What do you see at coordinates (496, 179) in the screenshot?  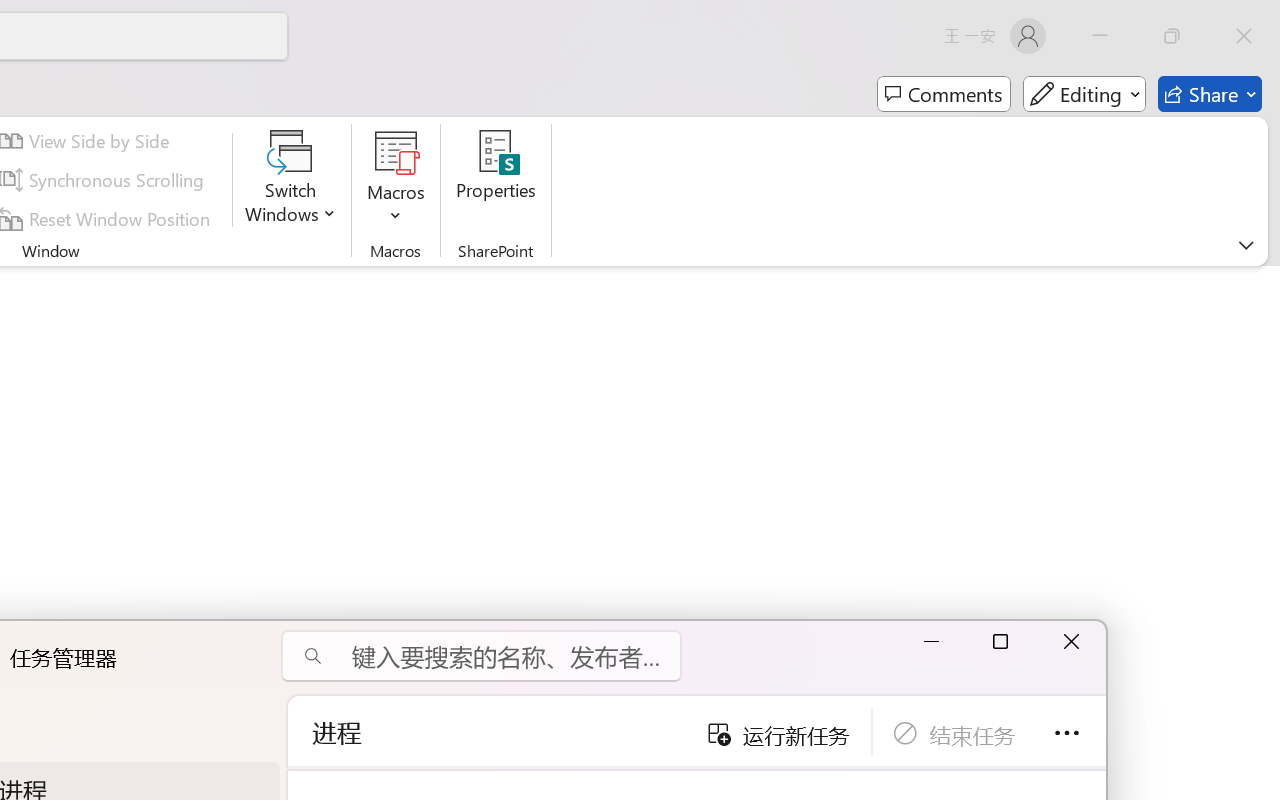 I see `'Properties'` at bounding box center [496, 179].